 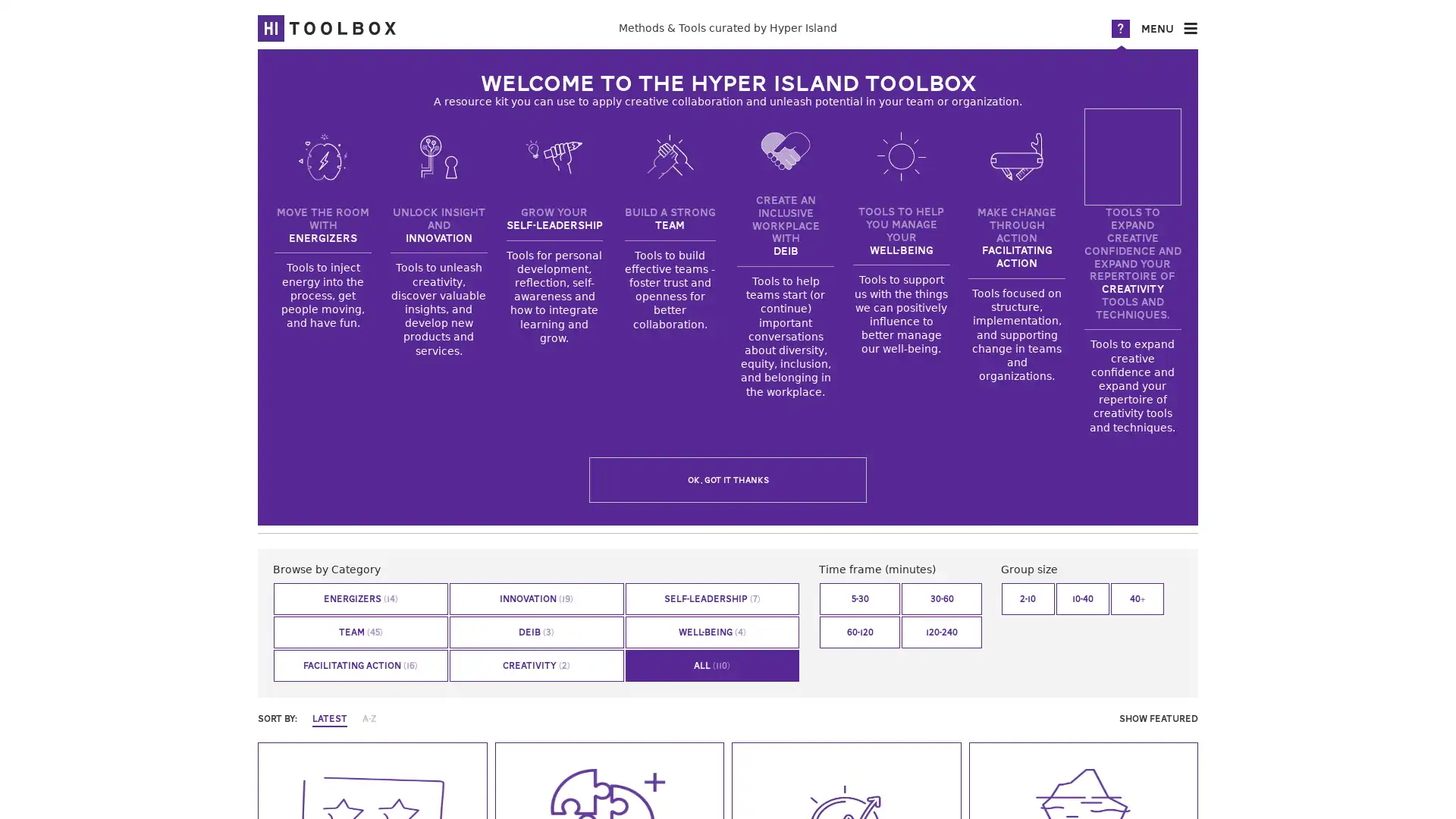 I want to click on OK, got it thanks, so click(x=728, y=479).